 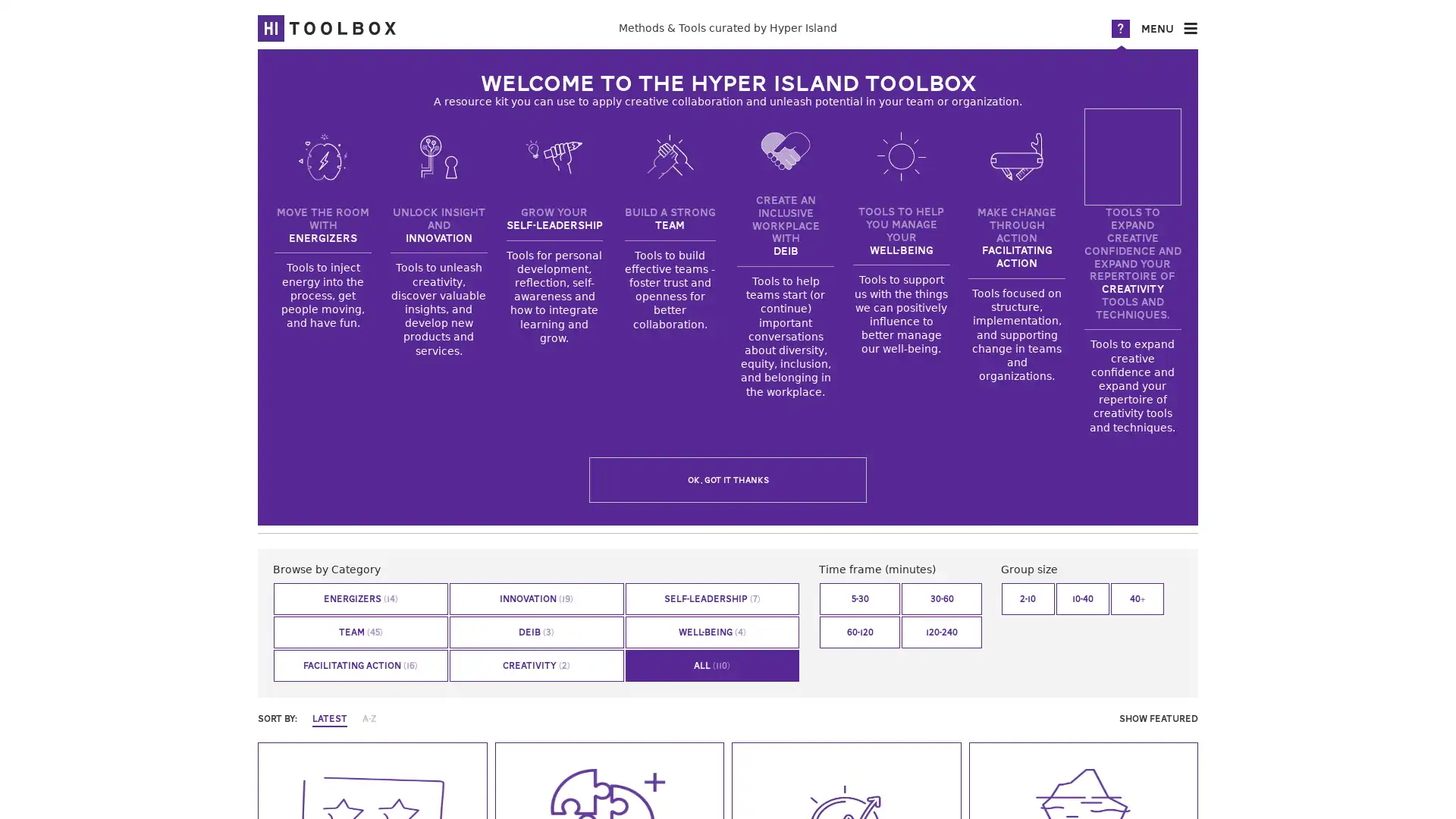 I want to click on OK, got it thanks, so click(x=728, y=479).